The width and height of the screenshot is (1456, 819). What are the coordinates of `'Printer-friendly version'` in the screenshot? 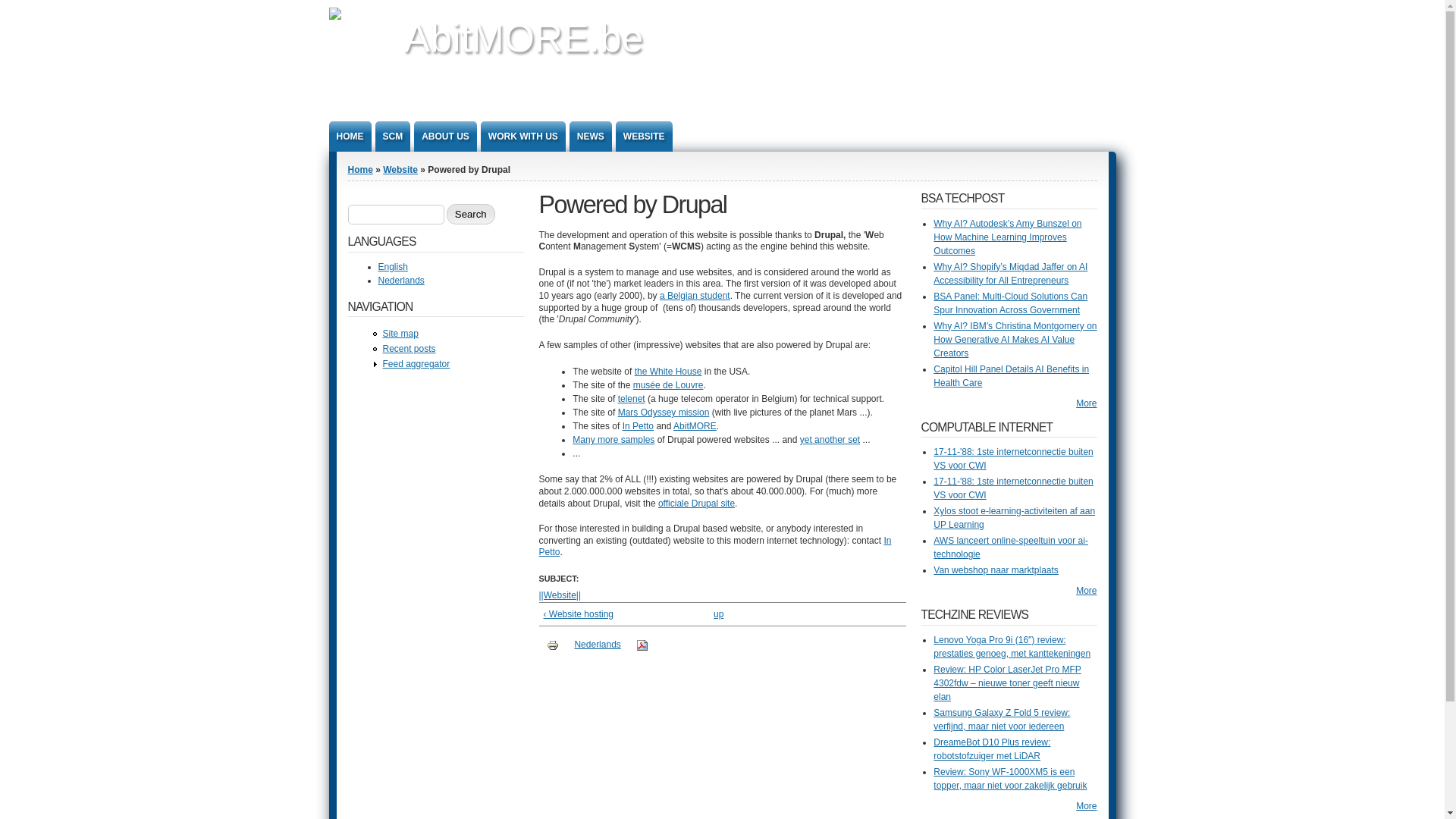 It's located at (552, 645).